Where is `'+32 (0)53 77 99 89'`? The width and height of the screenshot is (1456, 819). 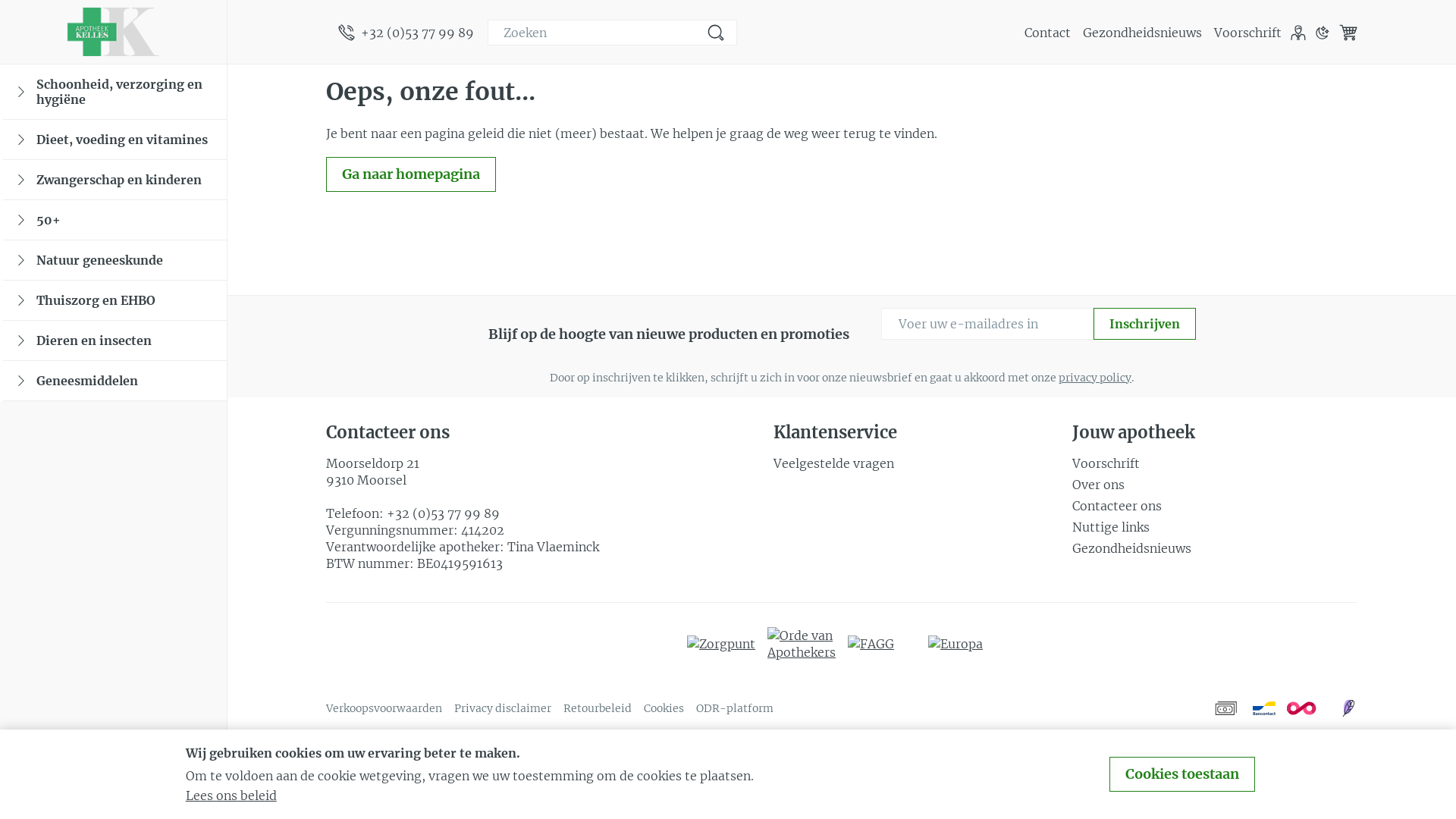
'+32 (0)53 77 99 89' is located at coordinates (406, 32).